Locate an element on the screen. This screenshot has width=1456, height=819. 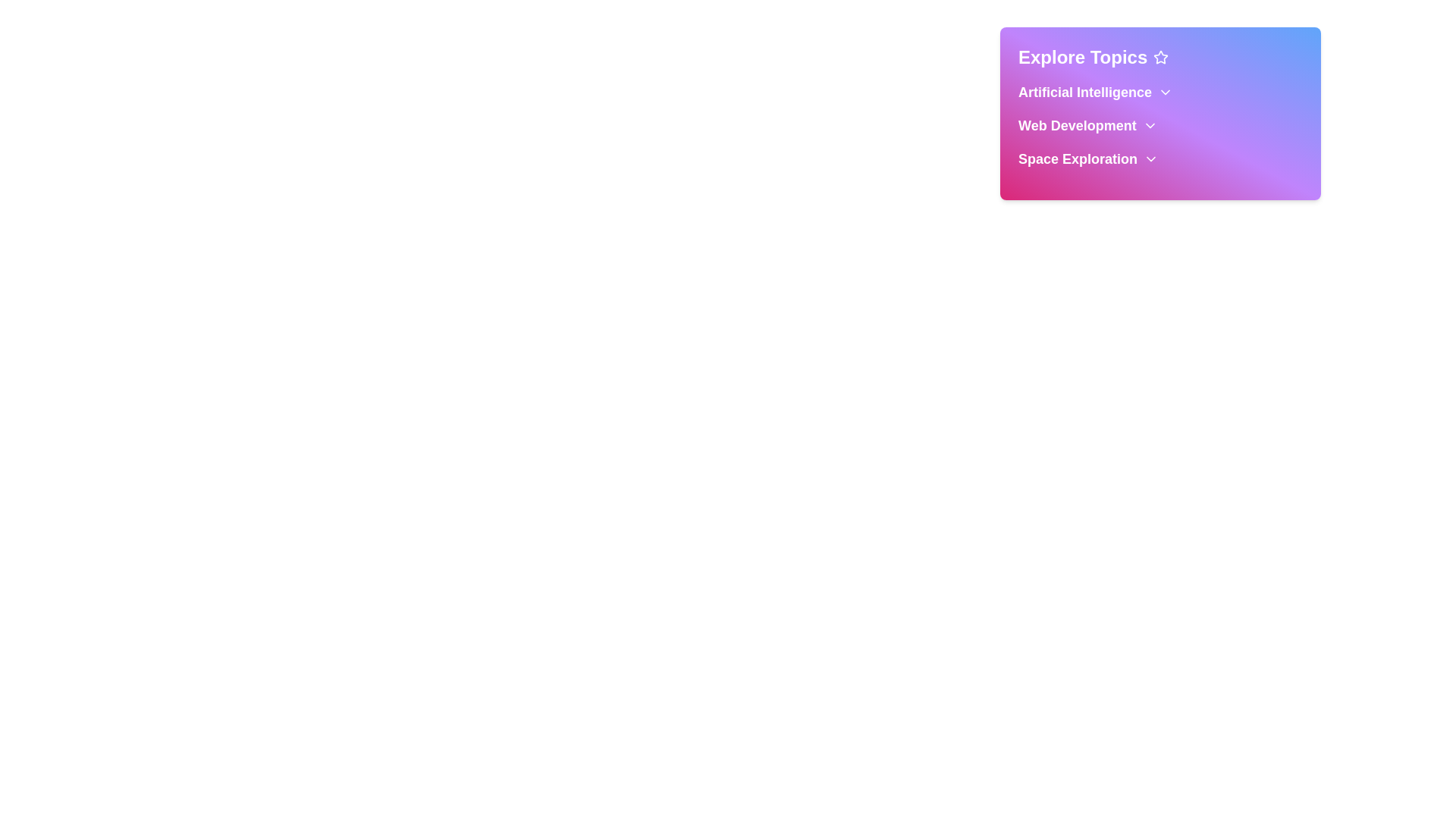
the downward chevron icon located to the right of the 'Space Exploration' text is located at coordinates (1151, 158).